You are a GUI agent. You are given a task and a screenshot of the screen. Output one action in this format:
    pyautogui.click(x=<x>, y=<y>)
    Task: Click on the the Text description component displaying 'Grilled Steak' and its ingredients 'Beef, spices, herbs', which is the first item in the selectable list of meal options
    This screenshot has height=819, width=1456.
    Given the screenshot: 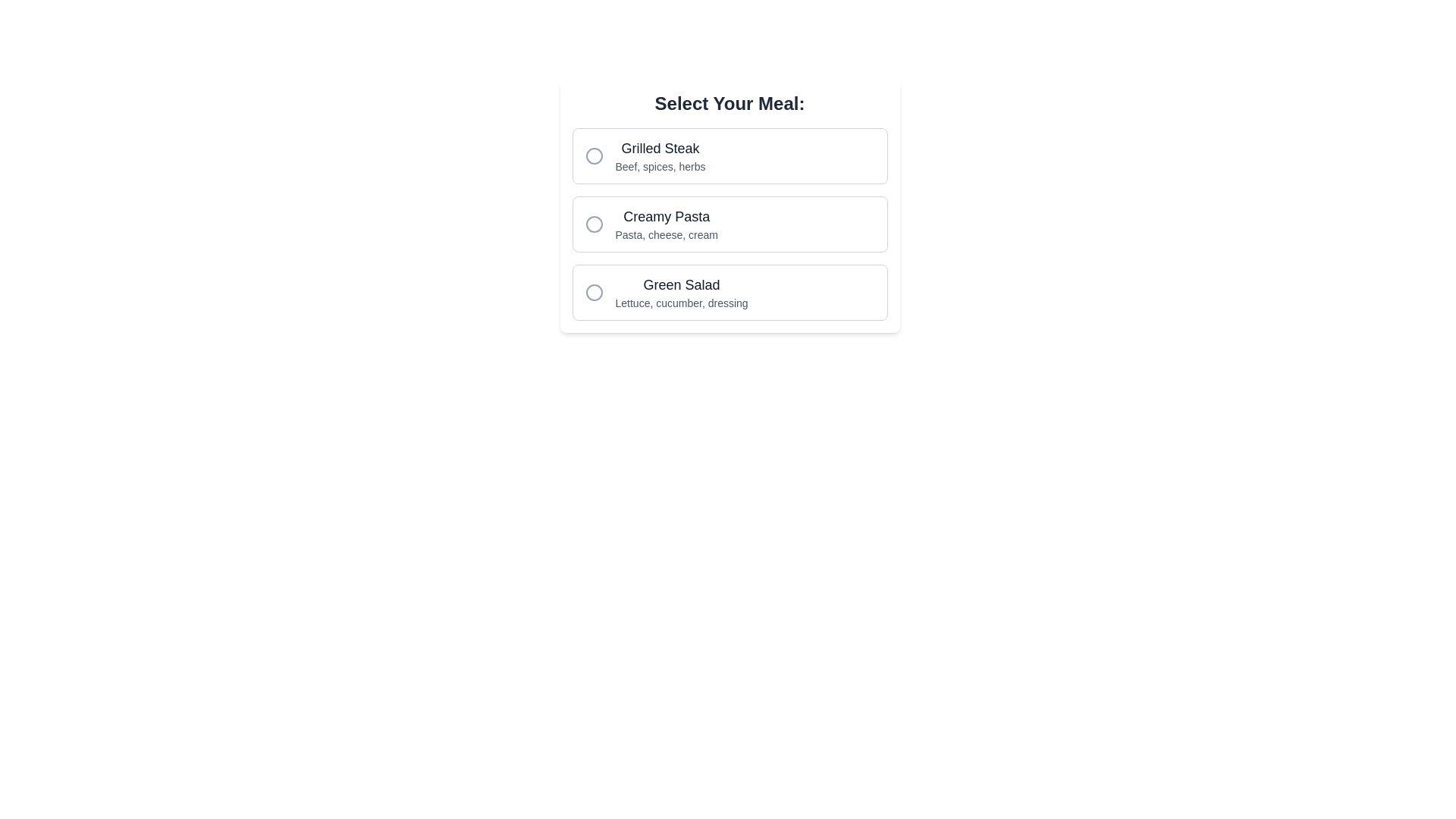 What is the action you would take?
    pyautogui.click(x=661, y=155)
    